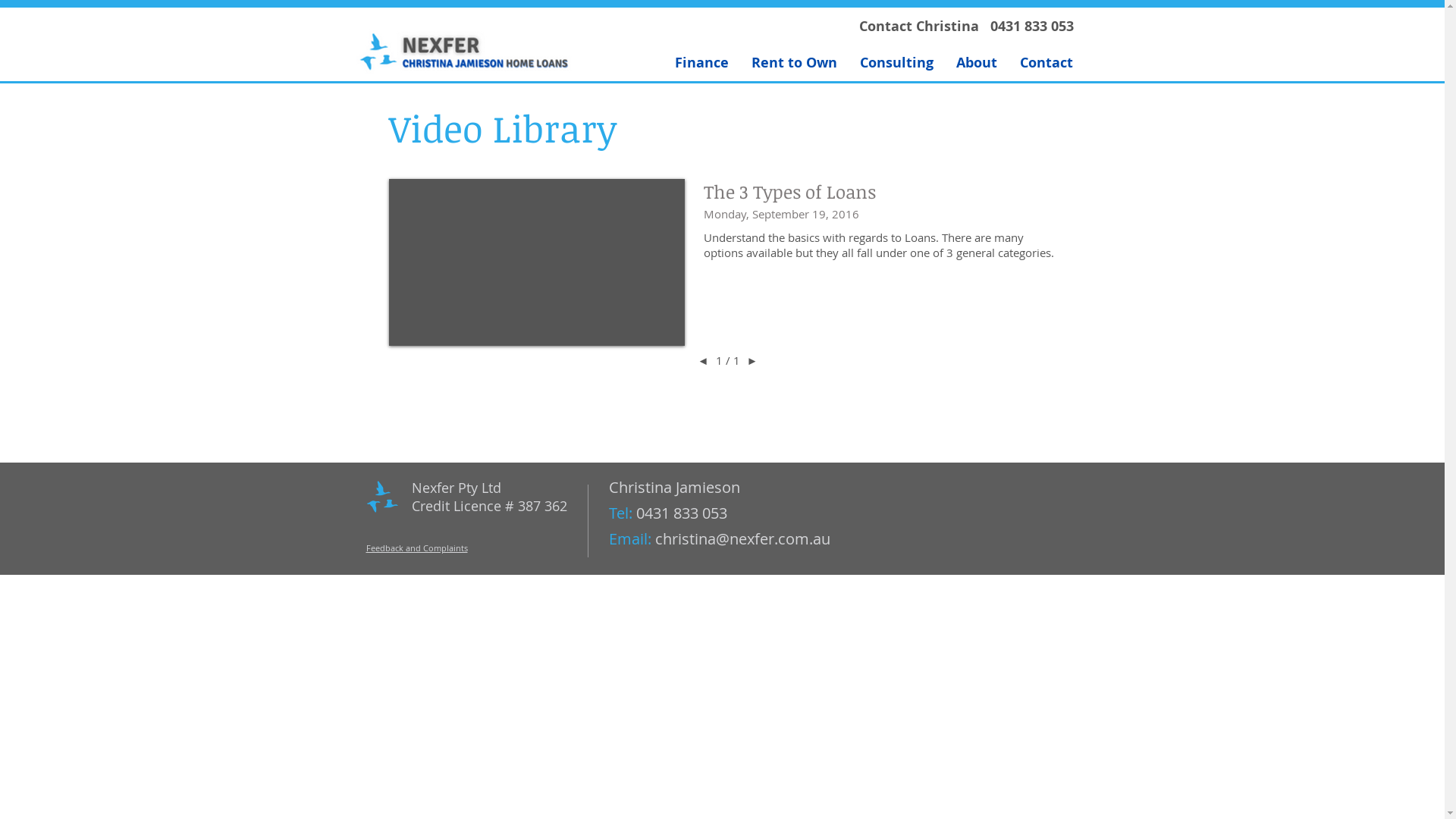 This screenshot has height=819, width=1456. What do you see at coordinates (655, 538) in the screenshot?
I see `'christina@nexfer.com.au'` at bounding box center [655, 538].